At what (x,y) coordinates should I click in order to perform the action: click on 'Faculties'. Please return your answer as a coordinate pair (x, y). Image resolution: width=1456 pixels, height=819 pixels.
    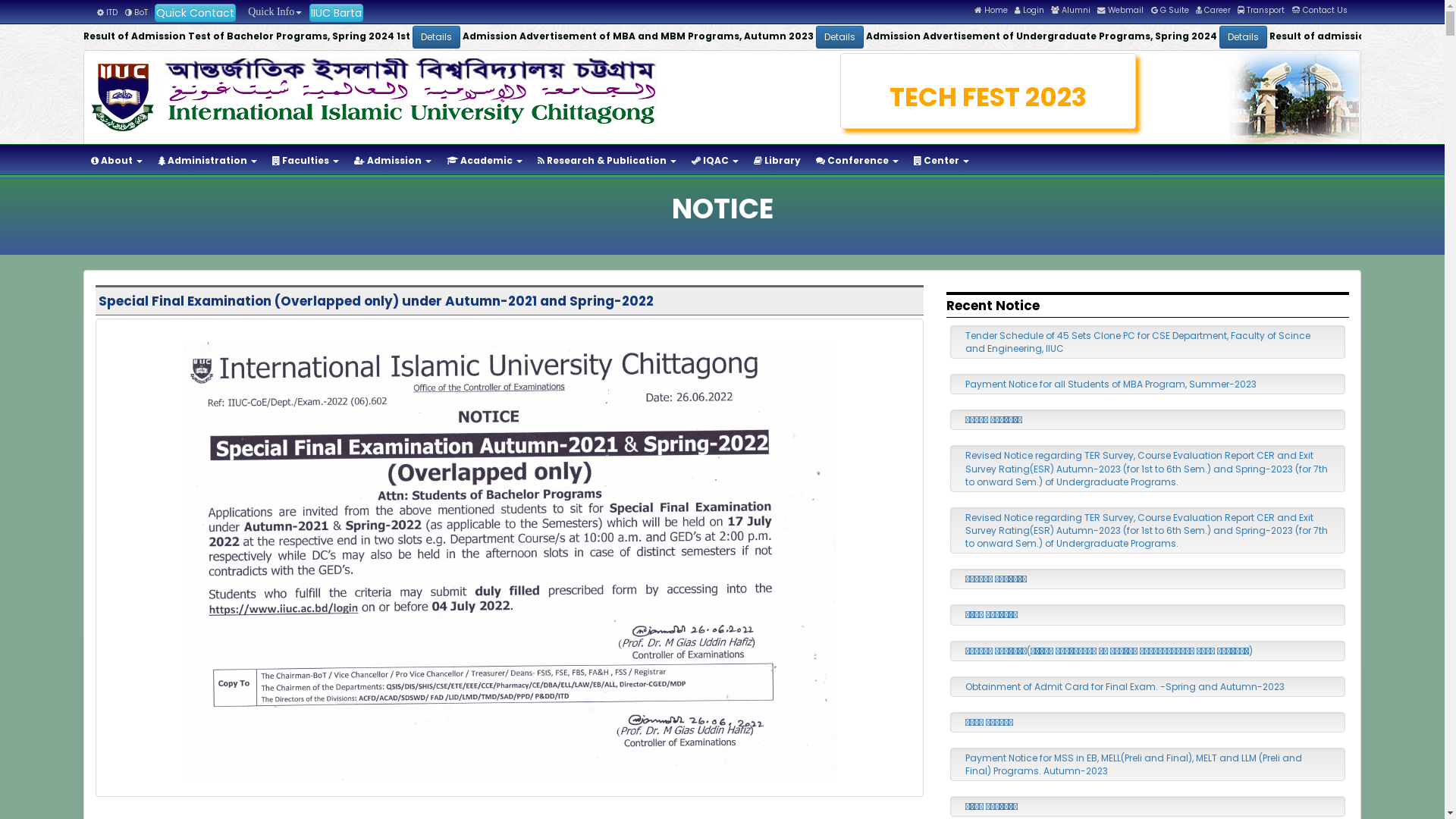
    Looking at the image, I should click on (305, 161).